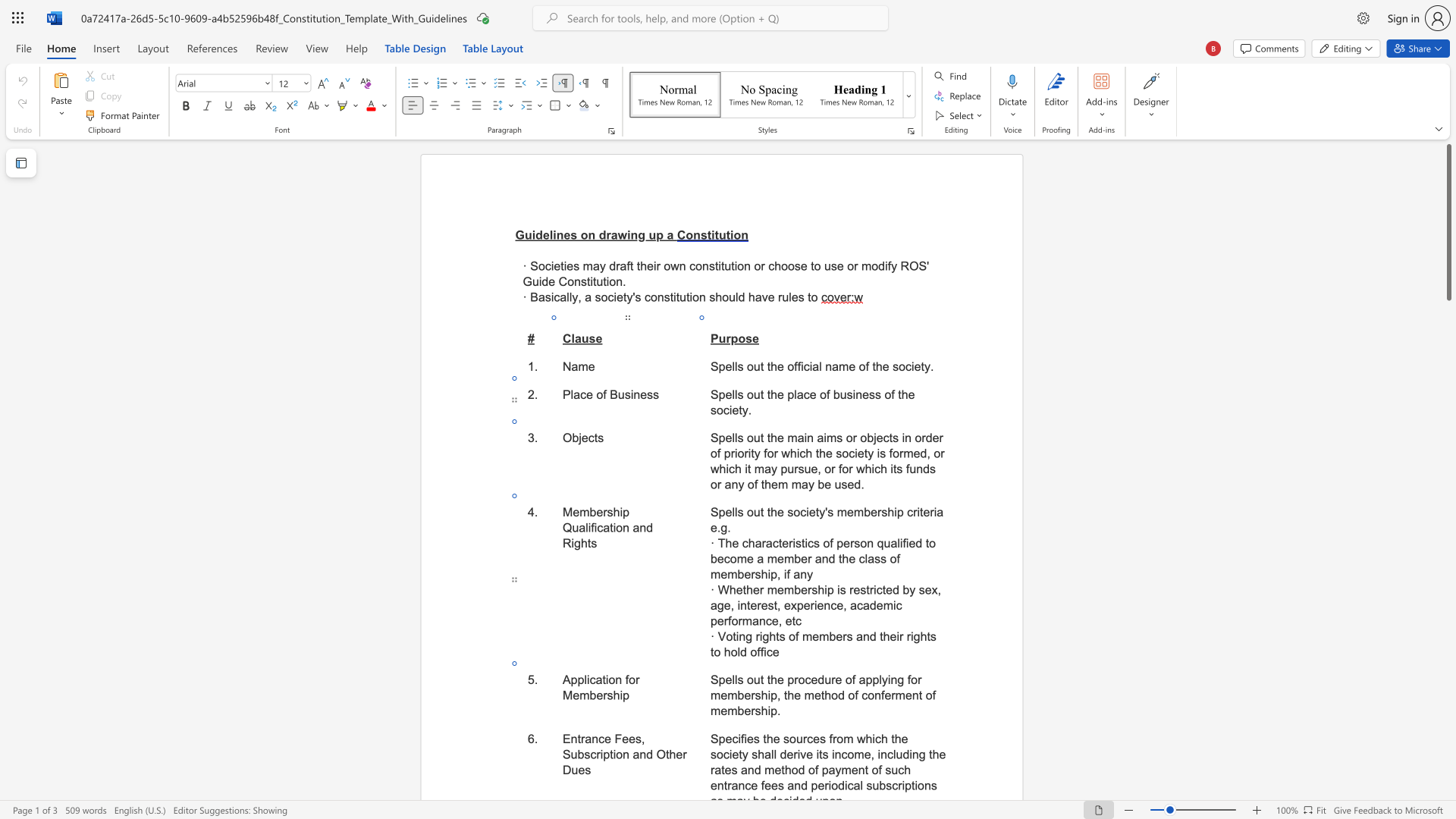 The width and height of the screenshot is (1456, 819). I want to click on the 3th character "e" in the text, so click(780, 589).